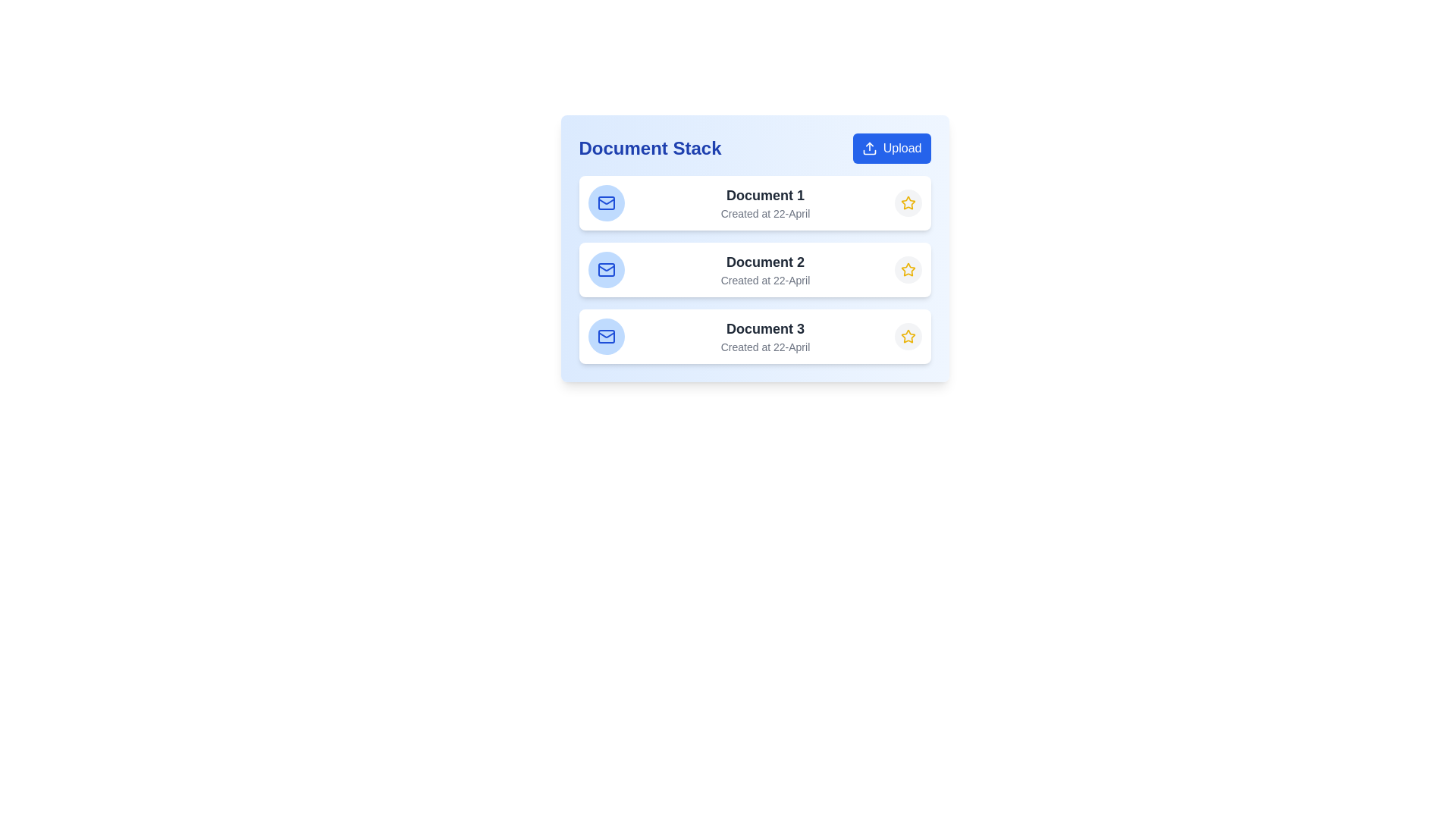 The height and width of the screenshot is (819, 1456). Describe the element at coordinates (908, 268) in the screenshot. I see `the yellow star icon at the far-right end of the second row in the 'Document Stack'` at that location.